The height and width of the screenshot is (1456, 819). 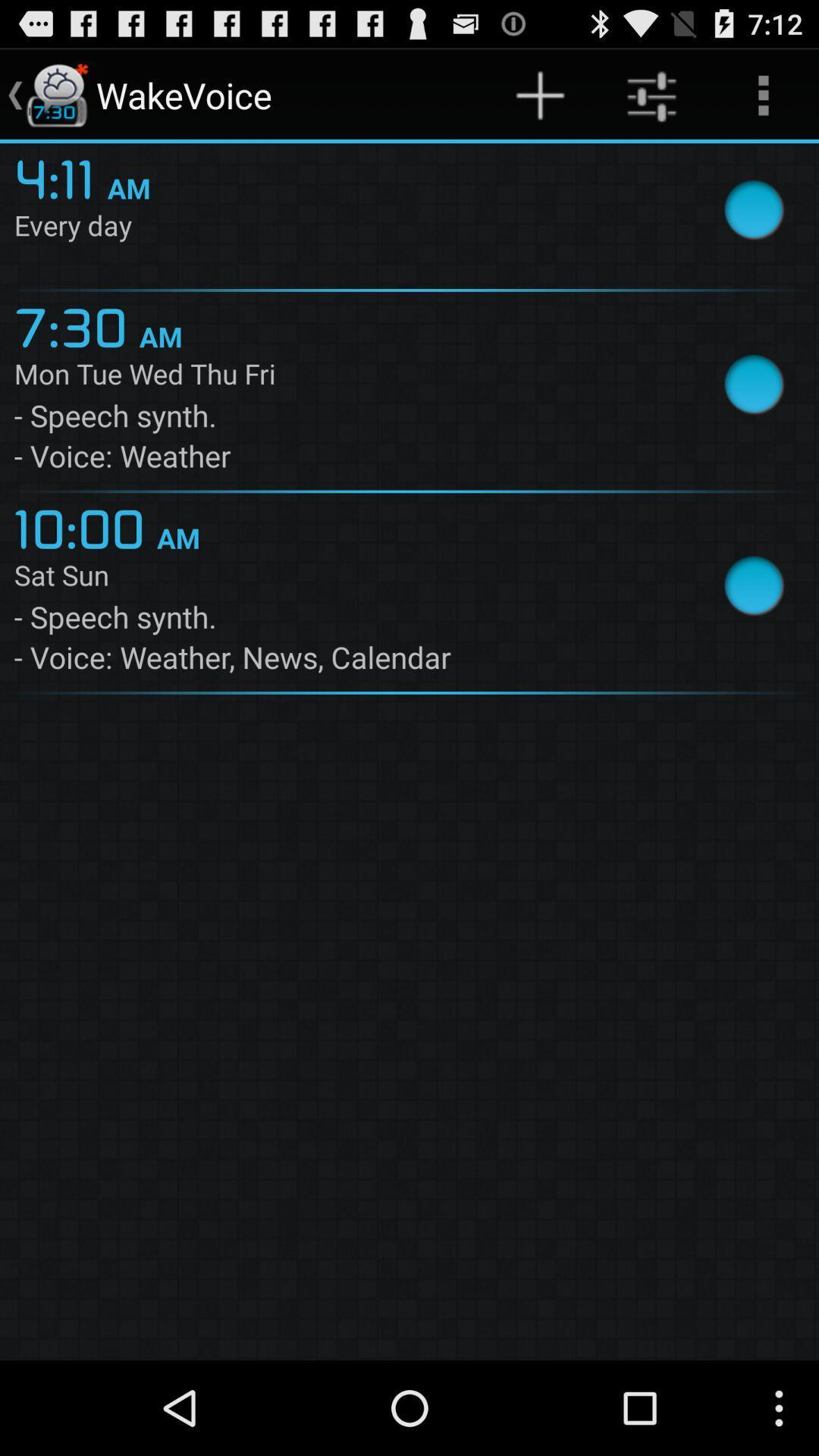 What do you see at coordinates (77, 324) in the screenshot?
I see `the app above the mon tue wed icon` at bounding box center [77, 324].